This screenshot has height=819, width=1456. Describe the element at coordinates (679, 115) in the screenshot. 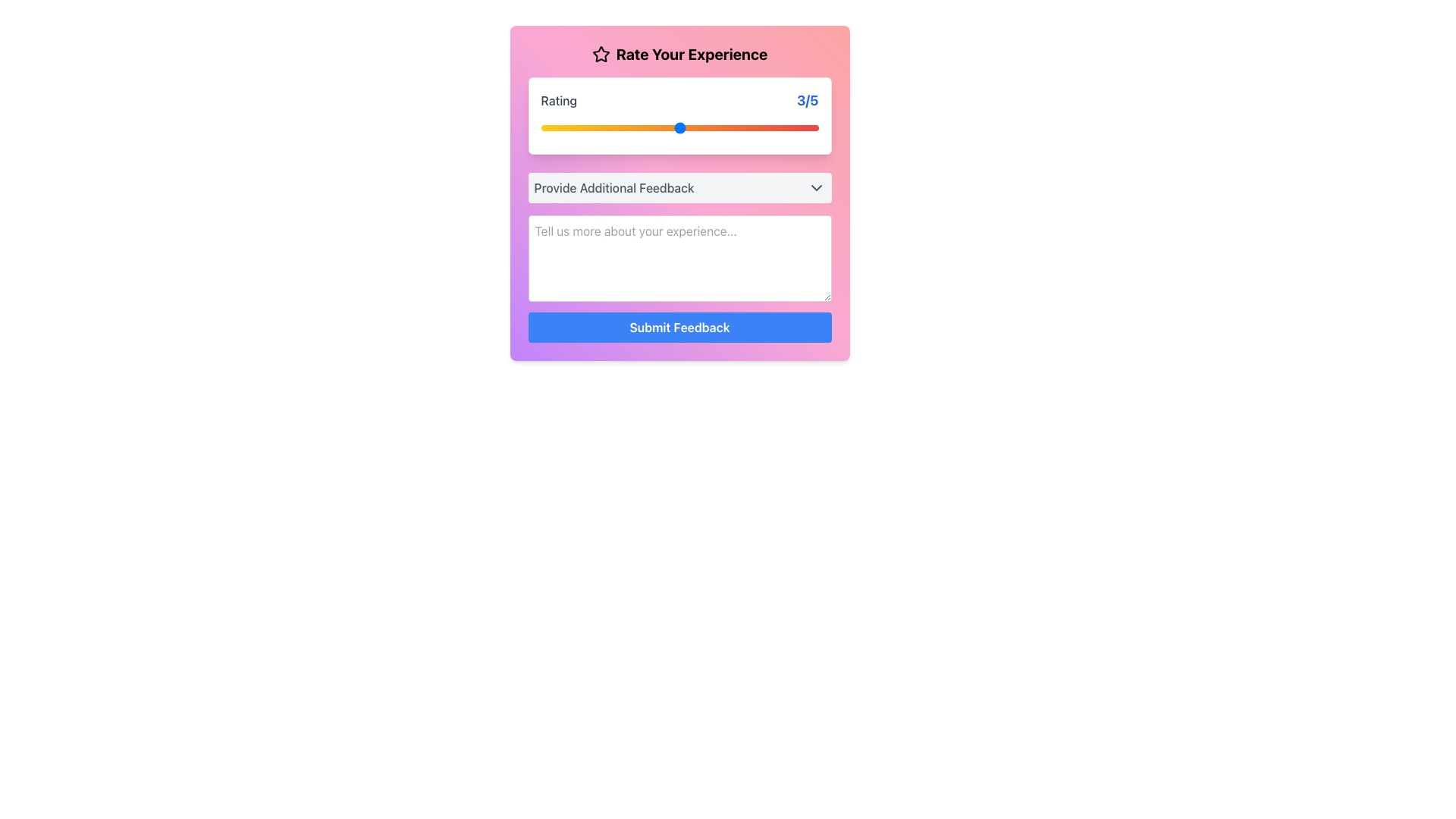

I see `the slider of the Rating Selector, which features the text 'Rating' on the left and '3/5' on the right, to select a rating value` at that location.